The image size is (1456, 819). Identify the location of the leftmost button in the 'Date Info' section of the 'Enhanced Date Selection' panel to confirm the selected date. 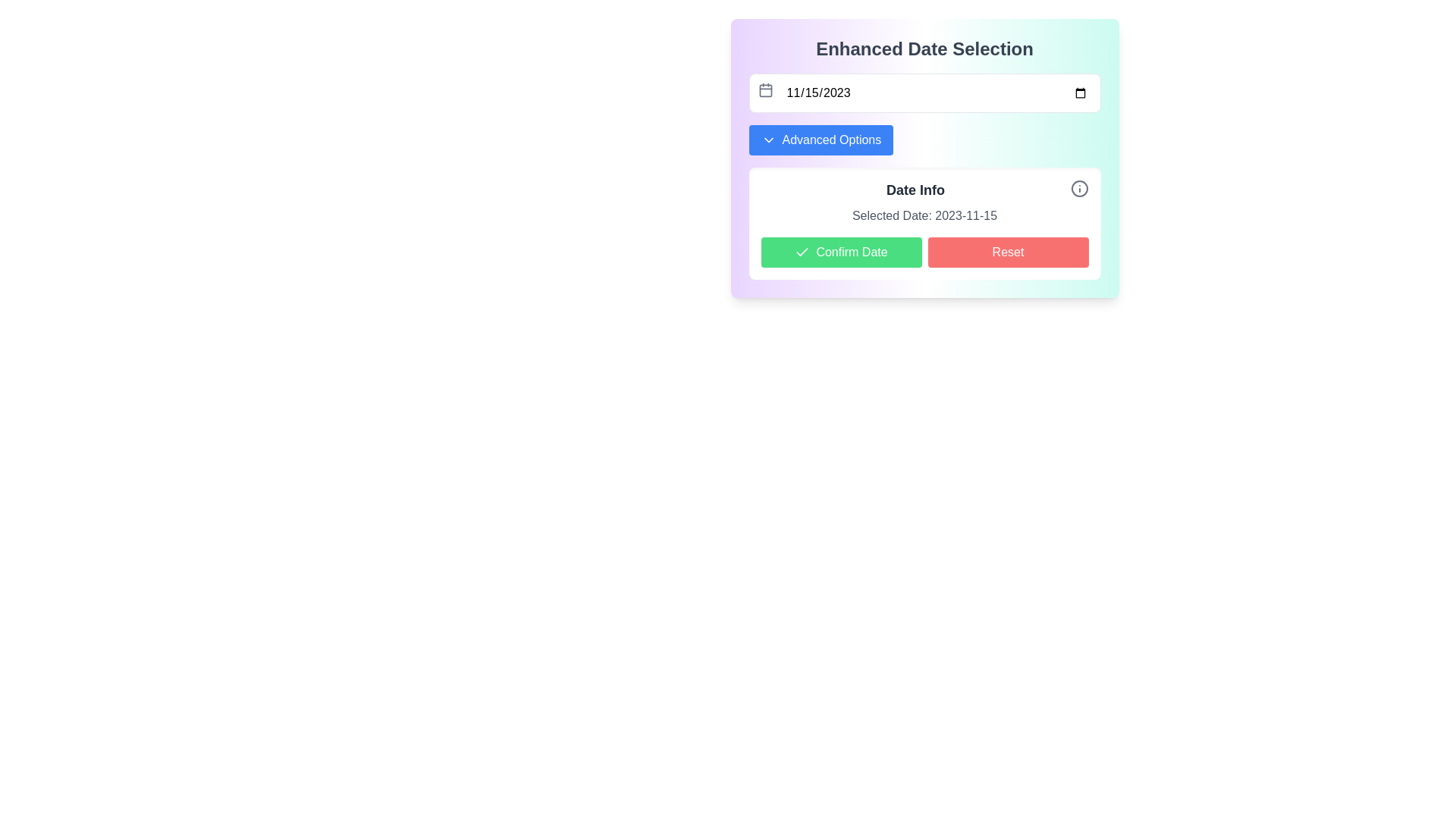
(840, 251).